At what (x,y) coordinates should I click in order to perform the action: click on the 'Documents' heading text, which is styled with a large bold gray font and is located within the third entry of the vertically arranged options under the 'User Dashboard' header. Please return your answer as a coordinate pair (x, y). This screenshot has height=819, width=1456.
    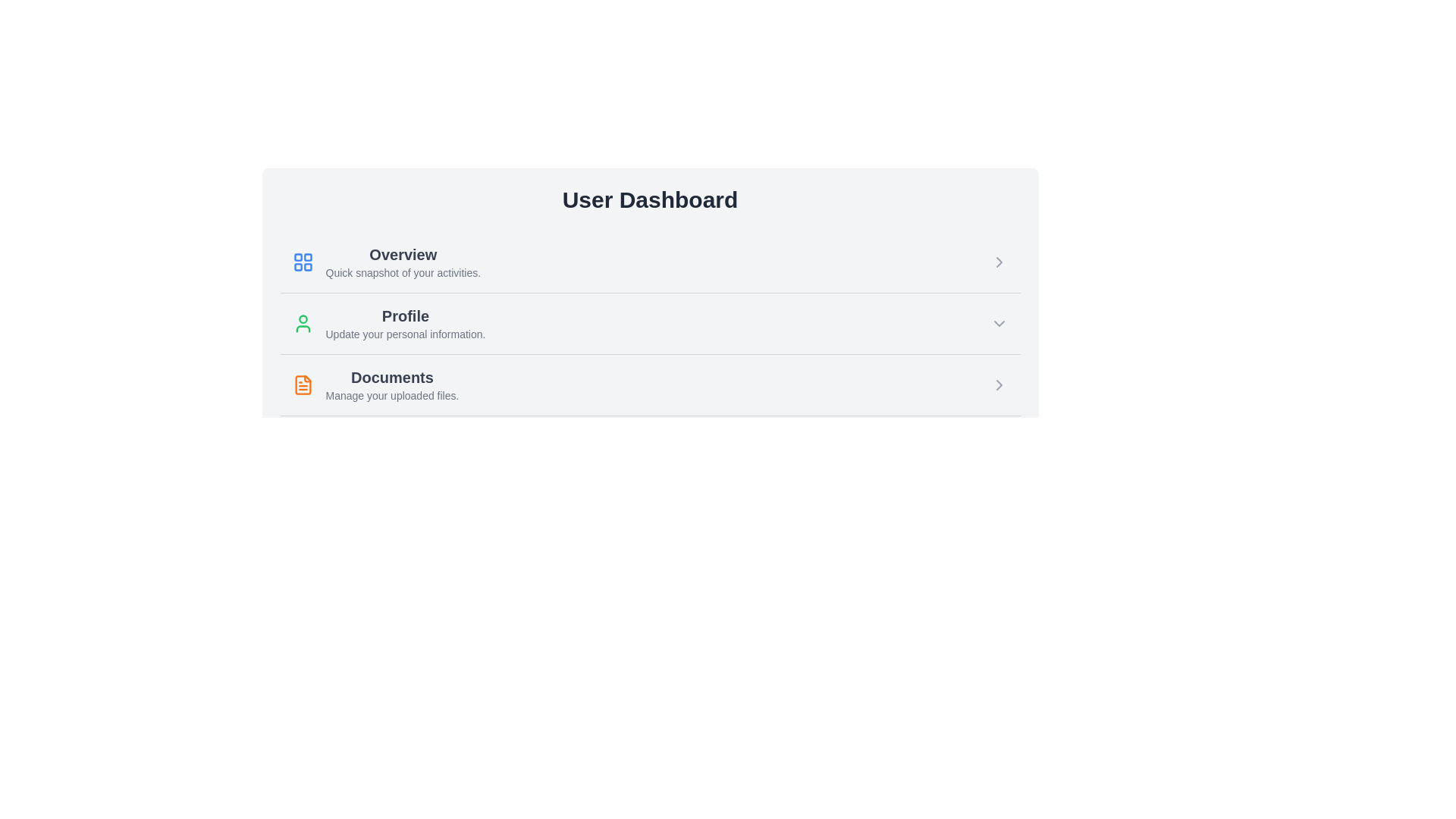
    Looking at the image, I should click on (392, 376).